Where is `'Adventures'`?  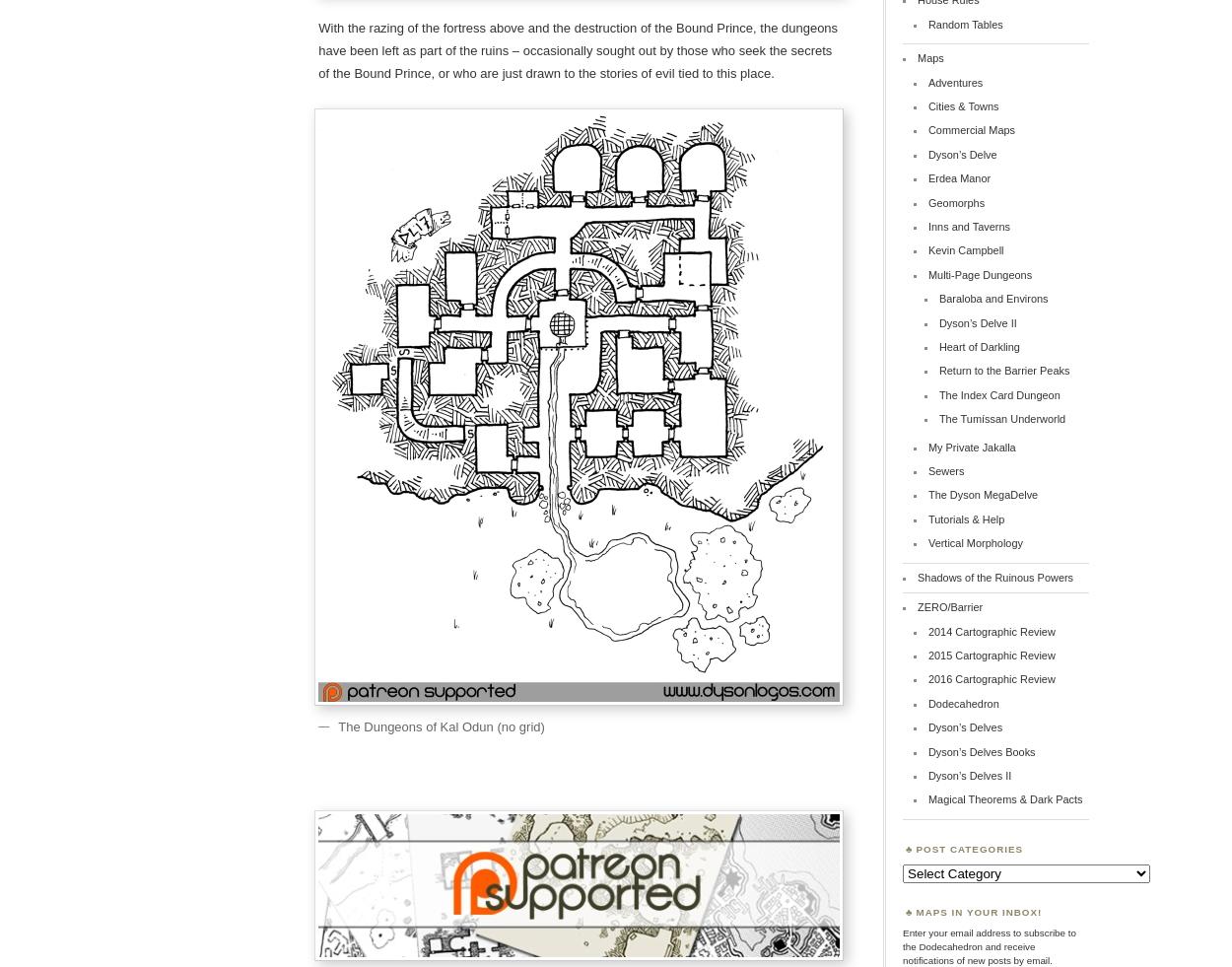 'Adventures' is located at coordinates (954, 80).